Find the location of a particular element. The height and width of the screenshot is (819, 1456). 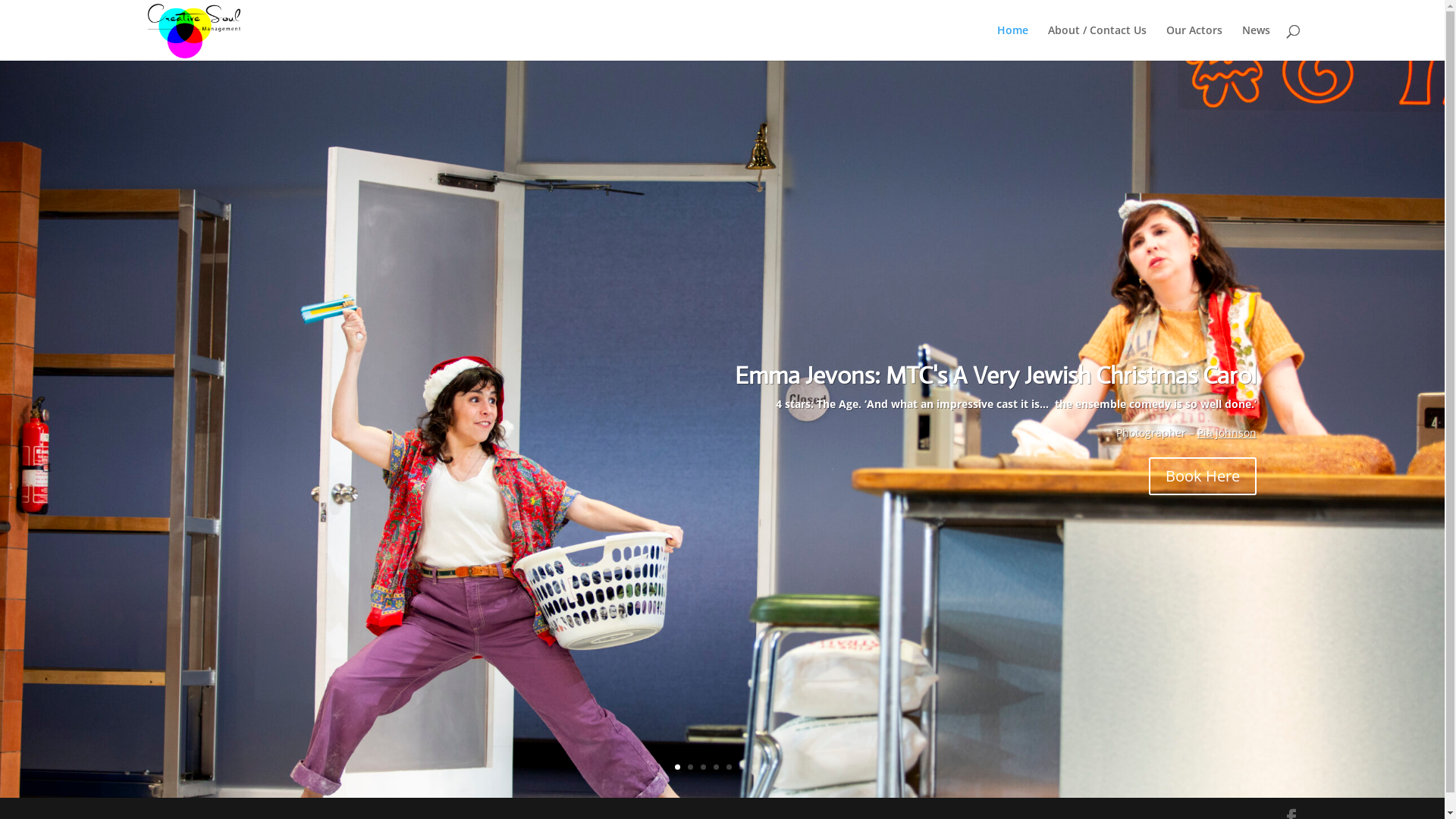

'3' is located at coordinates (700, 767).